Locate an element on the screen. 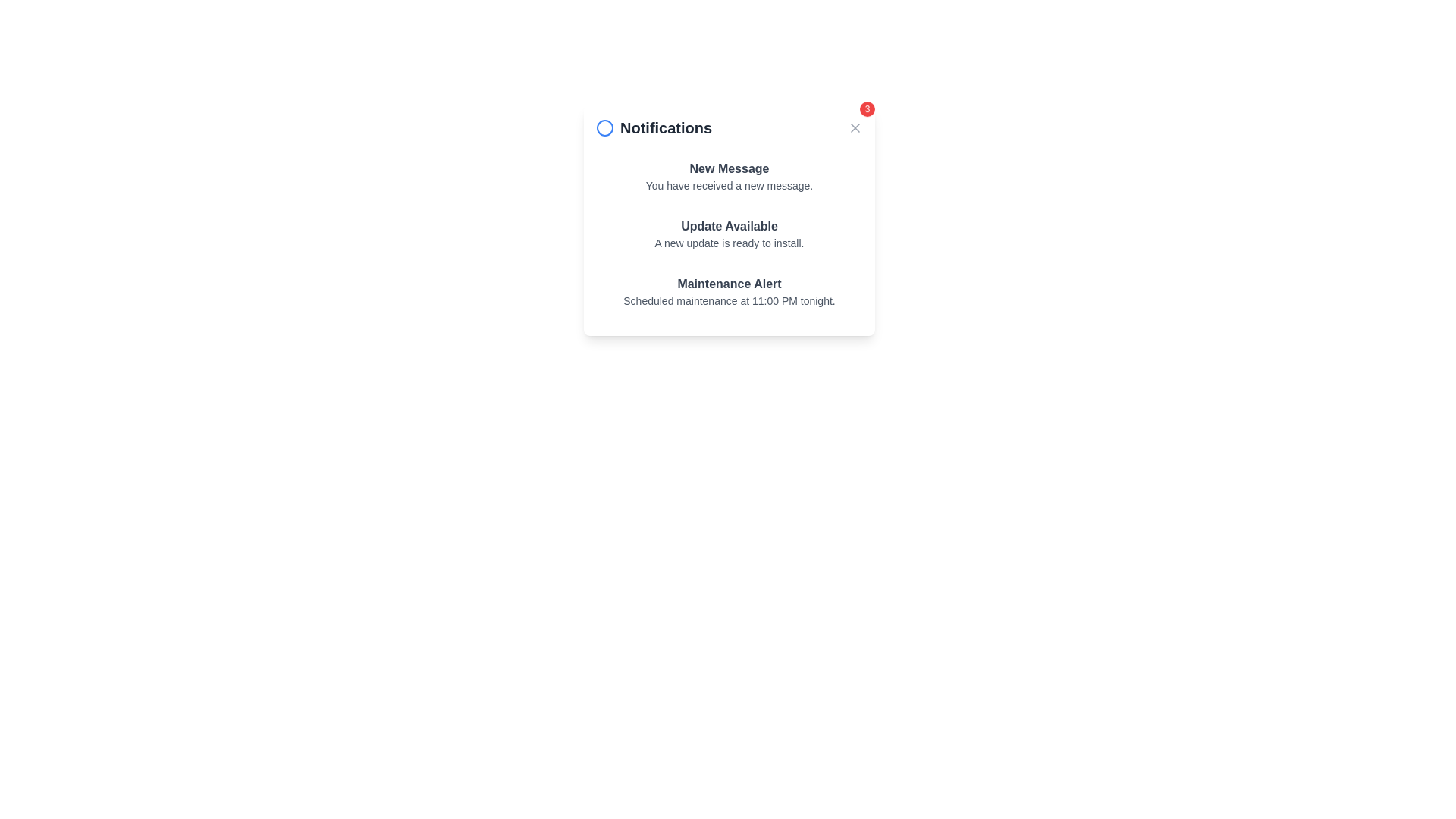  text element that displays 'You have received a new message.' located below the 'New Message' heading in the Notifications panel is located at coordinates (729, 185).